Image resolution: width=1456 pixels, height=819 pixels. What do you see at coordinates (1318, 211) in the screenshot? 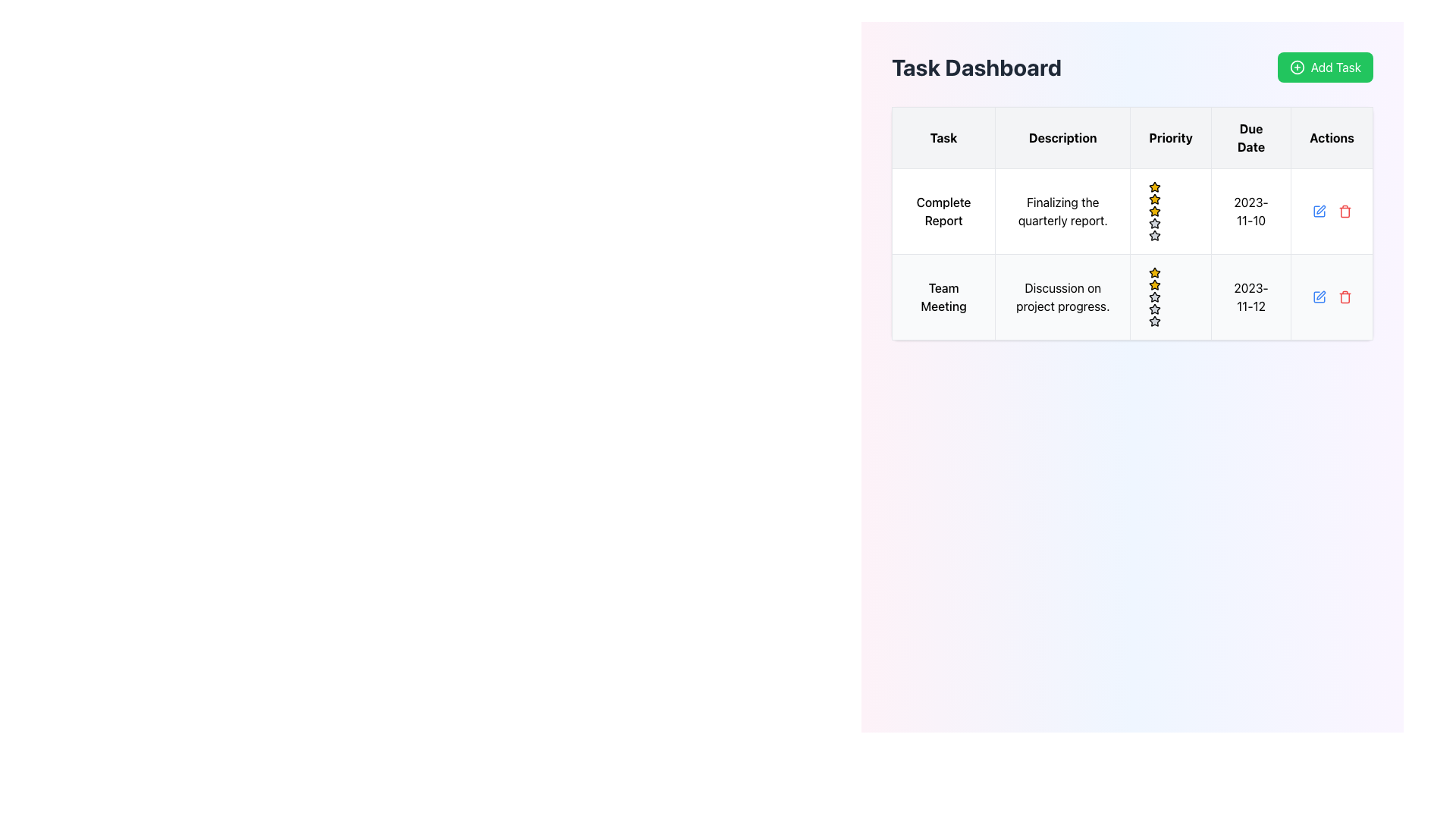
I see `the edit button located in the 'Actions' column of the second row of the table to observe the color change indicating interactivity` at bounding box center [1318, 211].